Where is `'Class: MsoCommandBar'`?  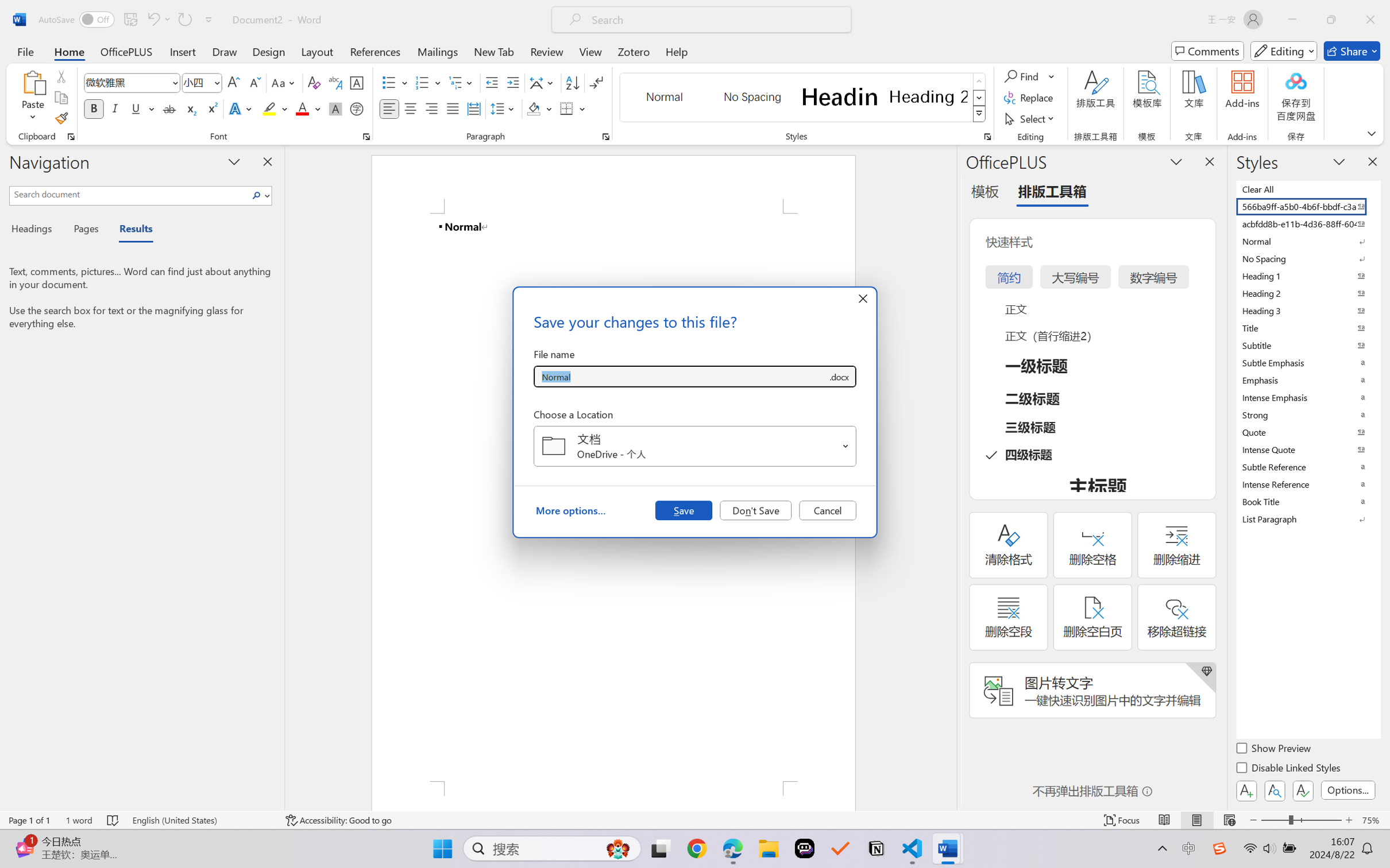
'Class: MsoCommandBar' is located at coordinates (695, 820).